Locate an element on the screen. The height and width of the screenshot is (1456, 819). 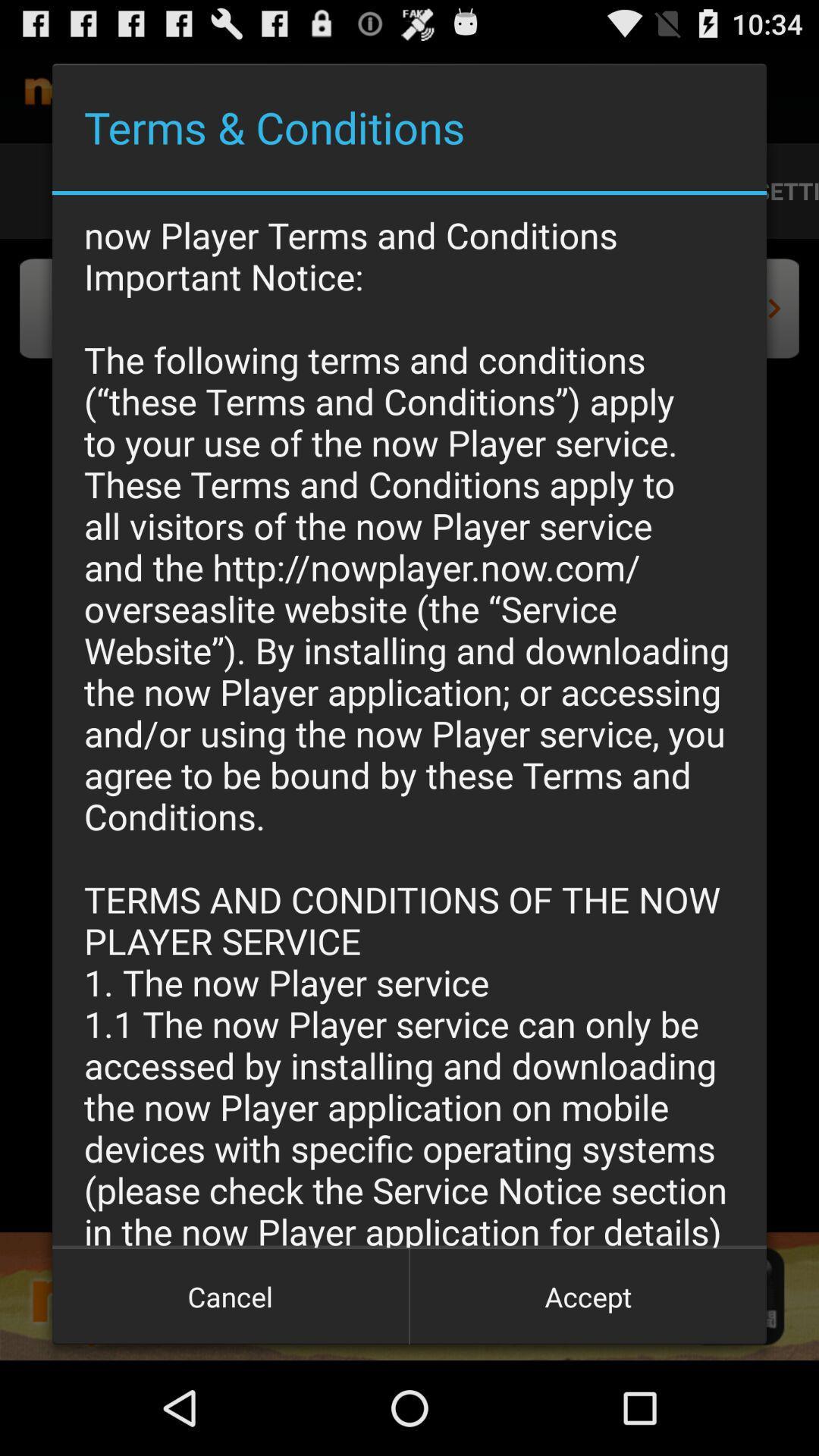
icon next to cancel icon is located at coordinates (587, 1295).